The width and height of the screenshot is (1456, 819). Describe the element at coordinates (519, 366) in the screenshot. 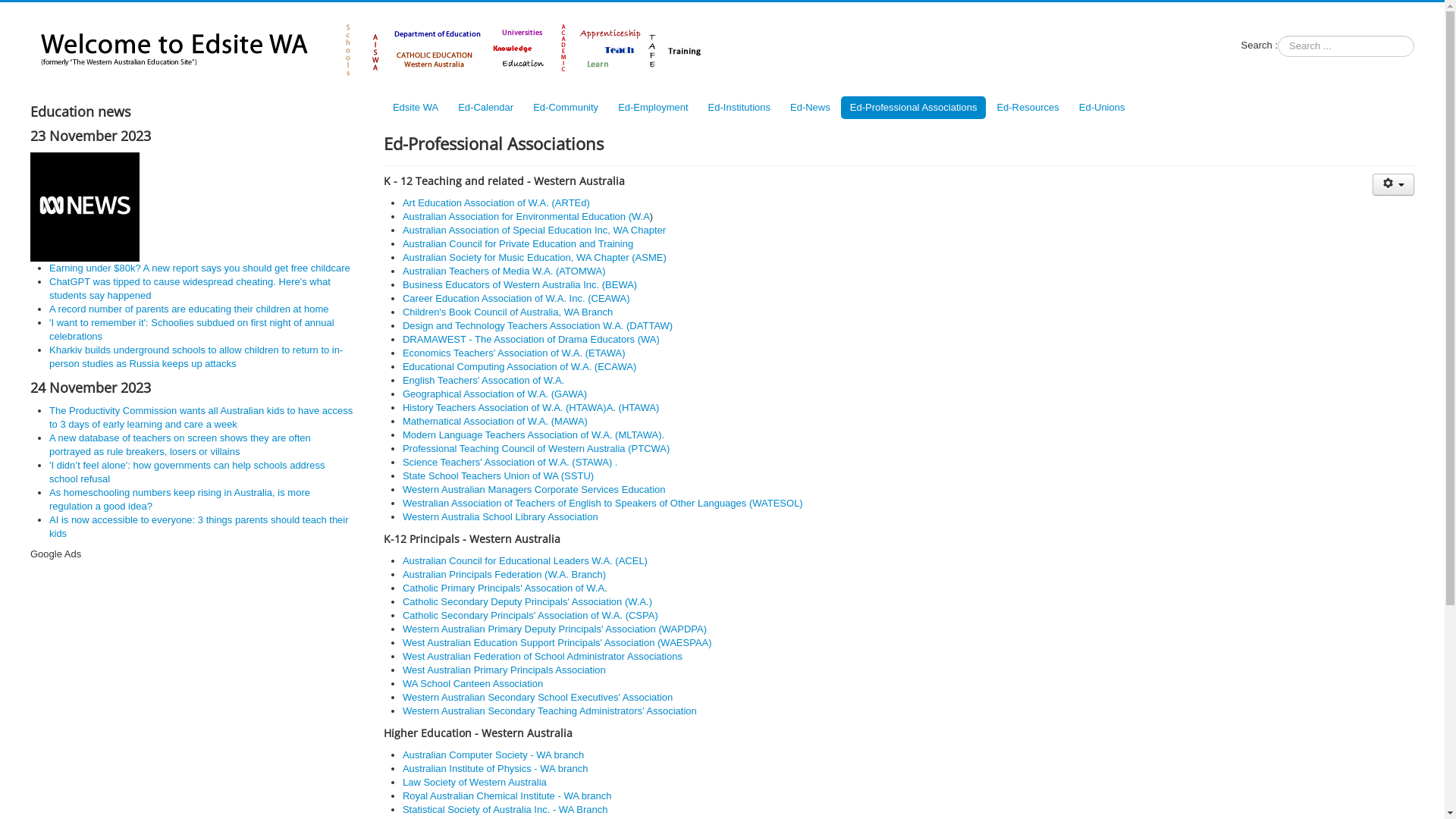

I see `'Educational Computing Association of W.A. (ECAWA)'` at that location.